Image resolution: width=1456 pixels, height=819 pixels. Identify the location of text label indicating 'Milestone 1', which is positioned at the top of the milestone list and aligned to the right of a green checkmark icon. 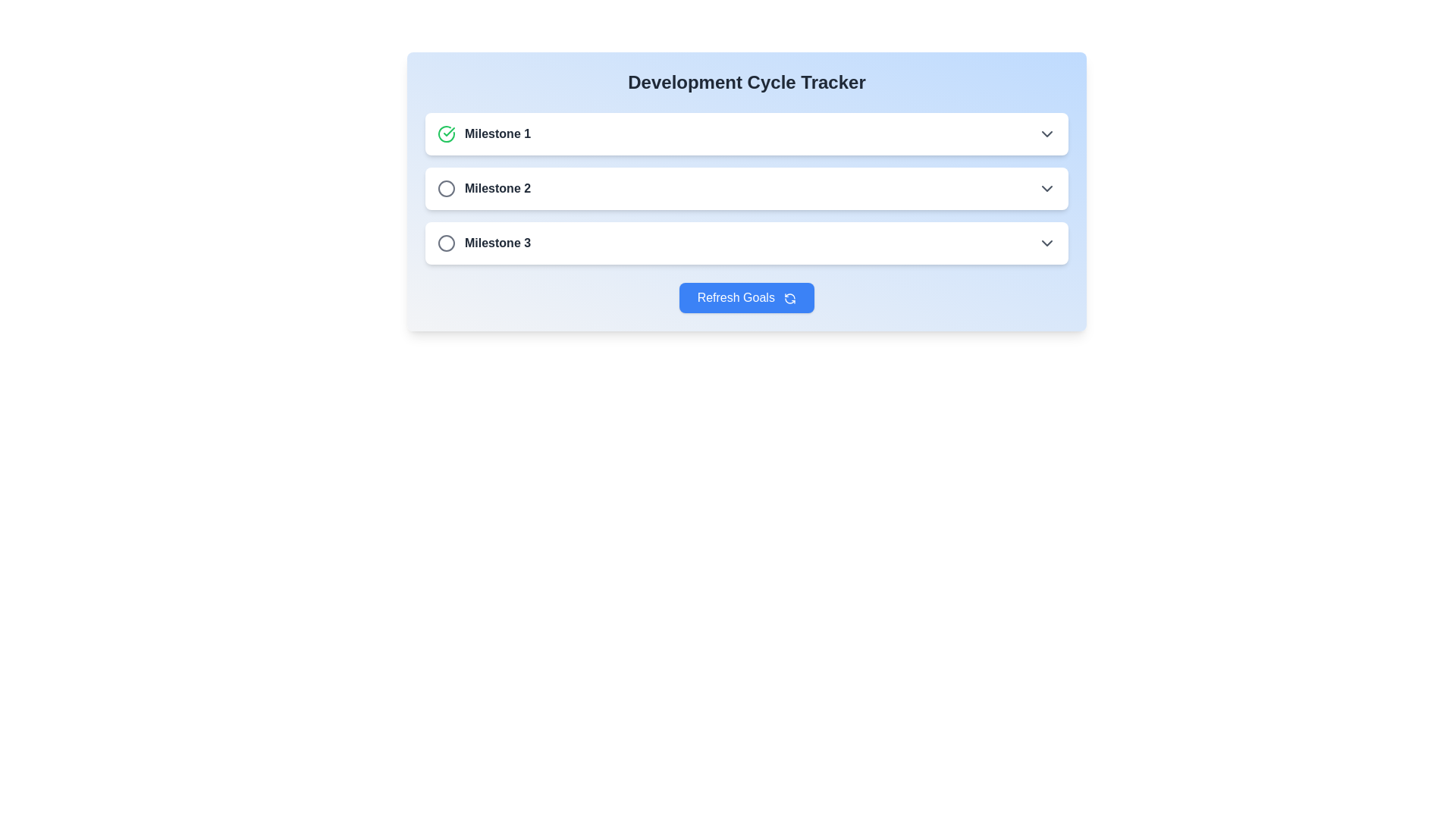
(497, 133).